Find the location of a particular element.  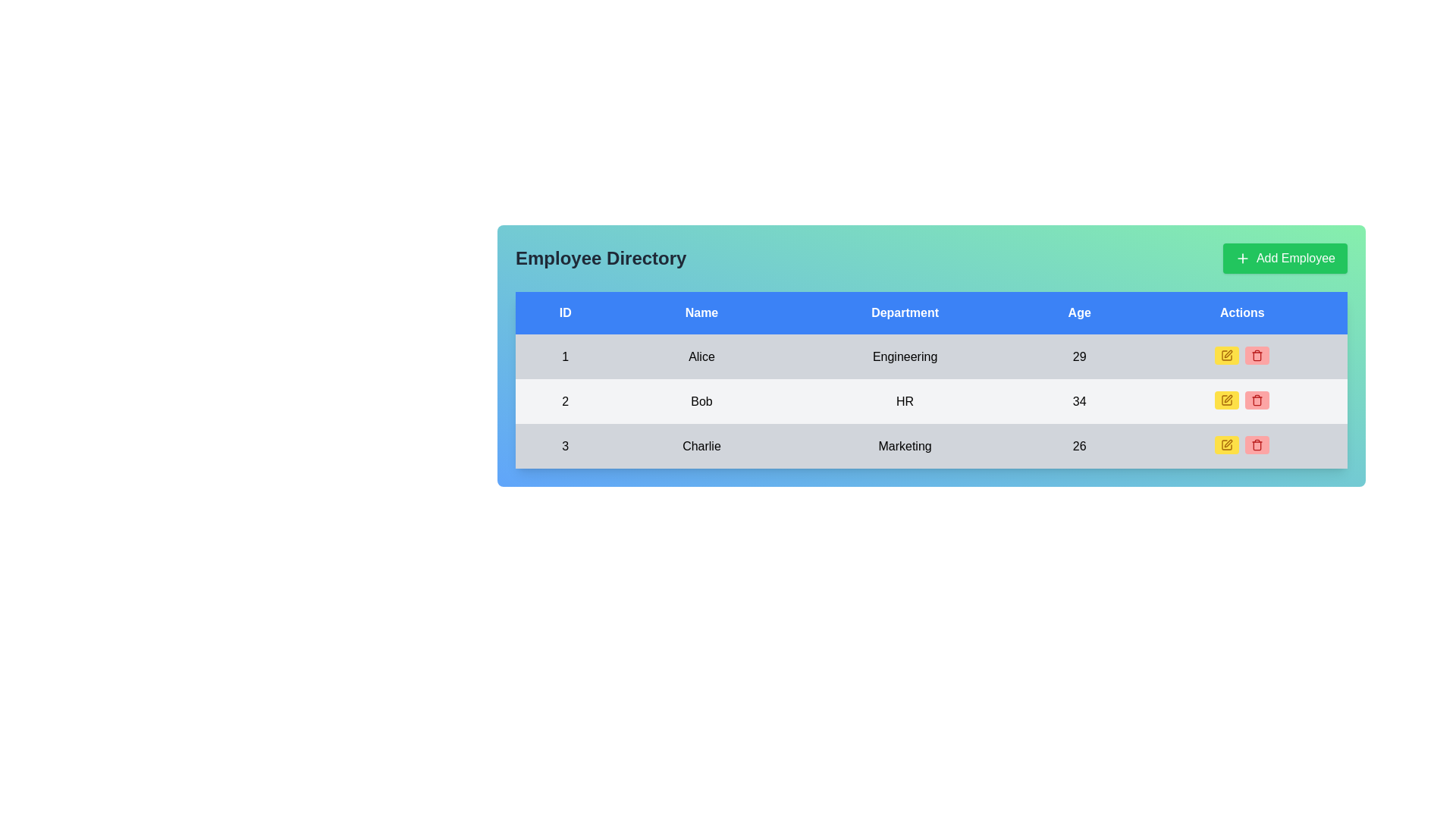

the delete button with a light red background and a trash icon, located in the 'Actions' column for the employee 'Bob' in the 'Employee Directory' table is located at coordinates (1257, 400).